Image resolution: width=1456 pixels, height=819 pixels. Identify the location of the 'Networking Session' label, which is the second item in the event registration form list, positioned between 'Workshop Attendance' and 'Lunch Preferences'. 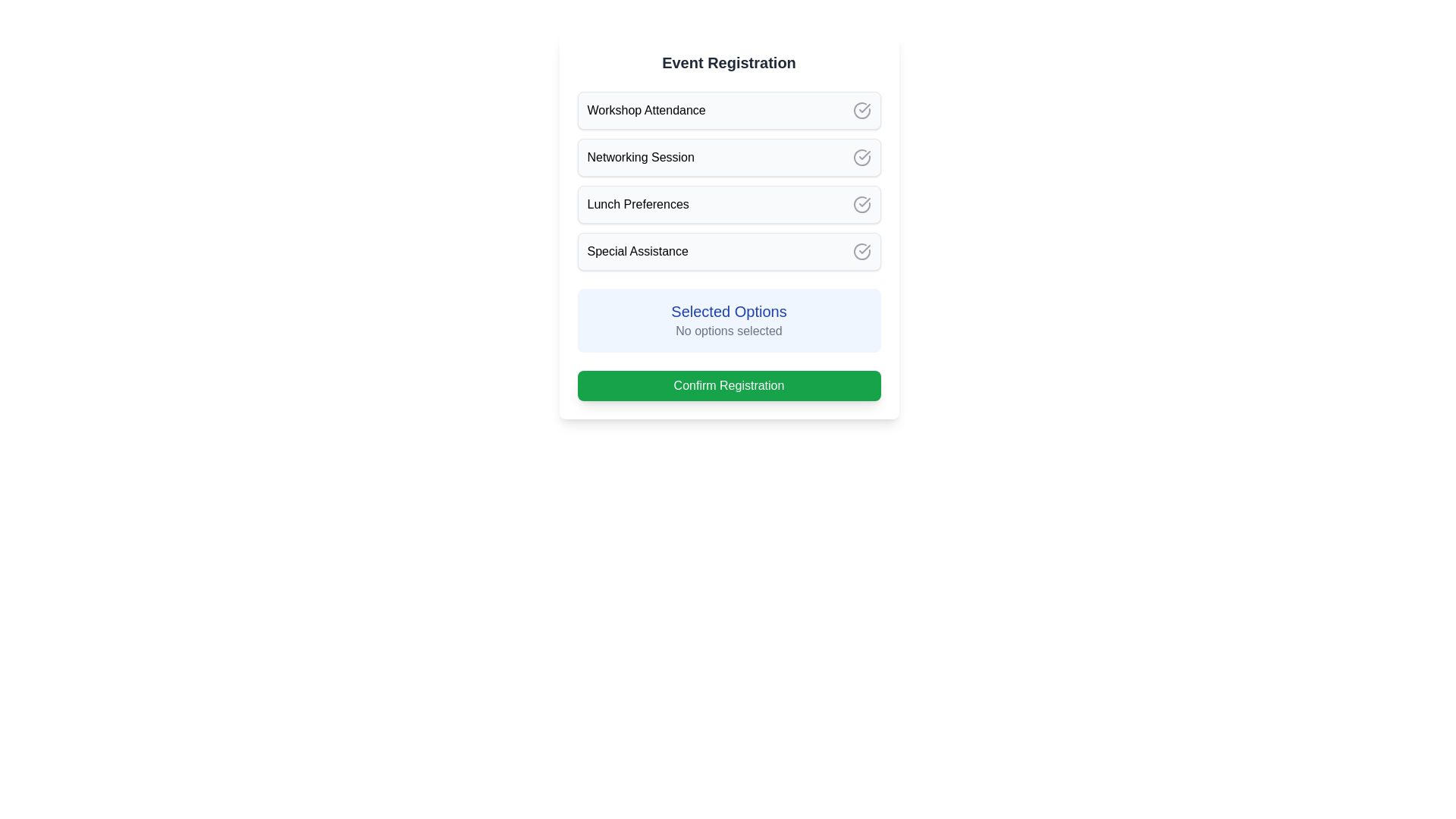
(641, 158).